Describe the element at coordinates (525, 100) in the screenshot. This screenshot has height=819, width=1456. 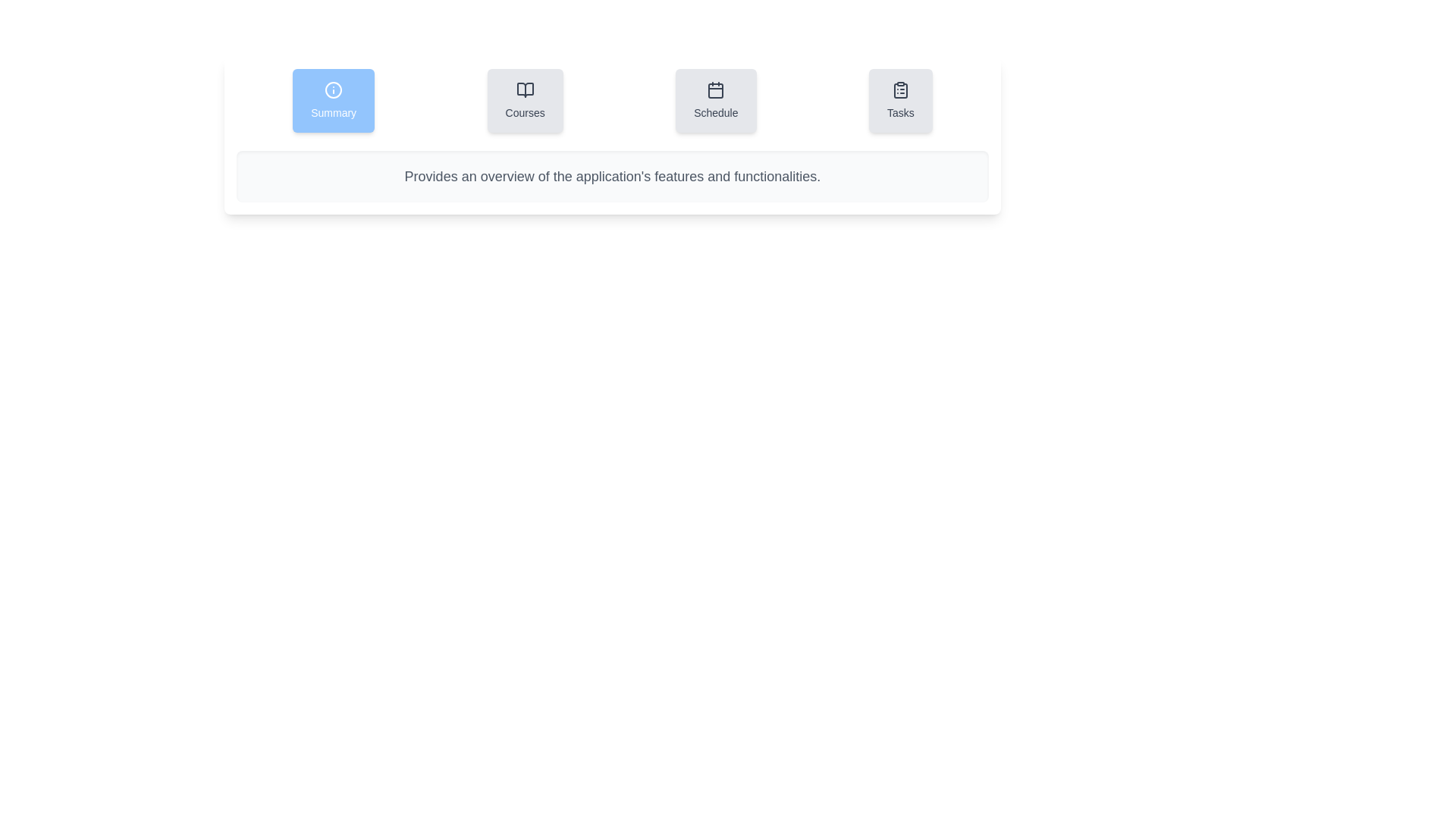
I see `the Courses tab` at that location.